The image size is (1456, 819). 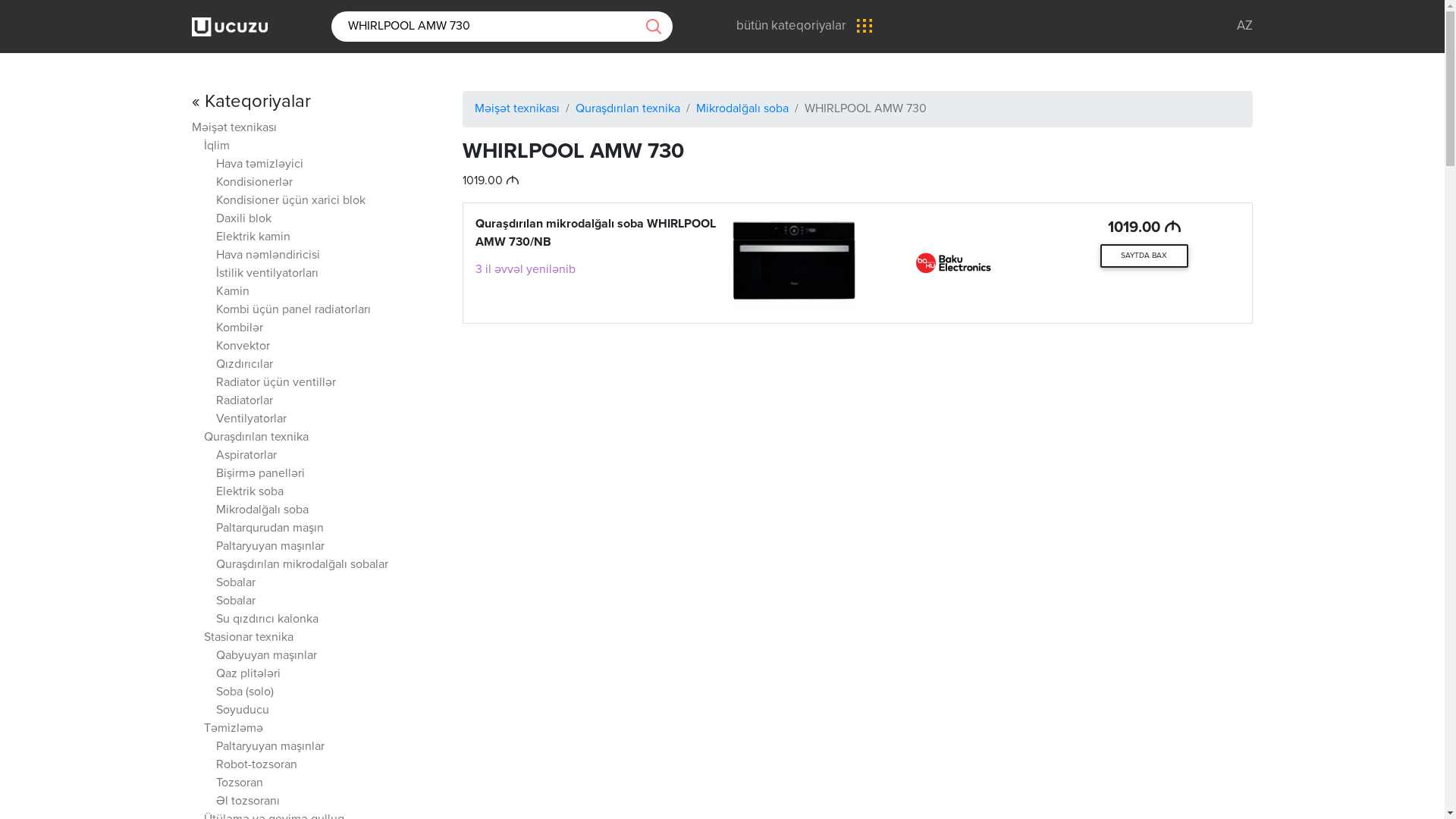 What do you see at coordinates (244, 400) in the screenshot?
I see `'Radiatorlar'` at bounding box center [244, 400].